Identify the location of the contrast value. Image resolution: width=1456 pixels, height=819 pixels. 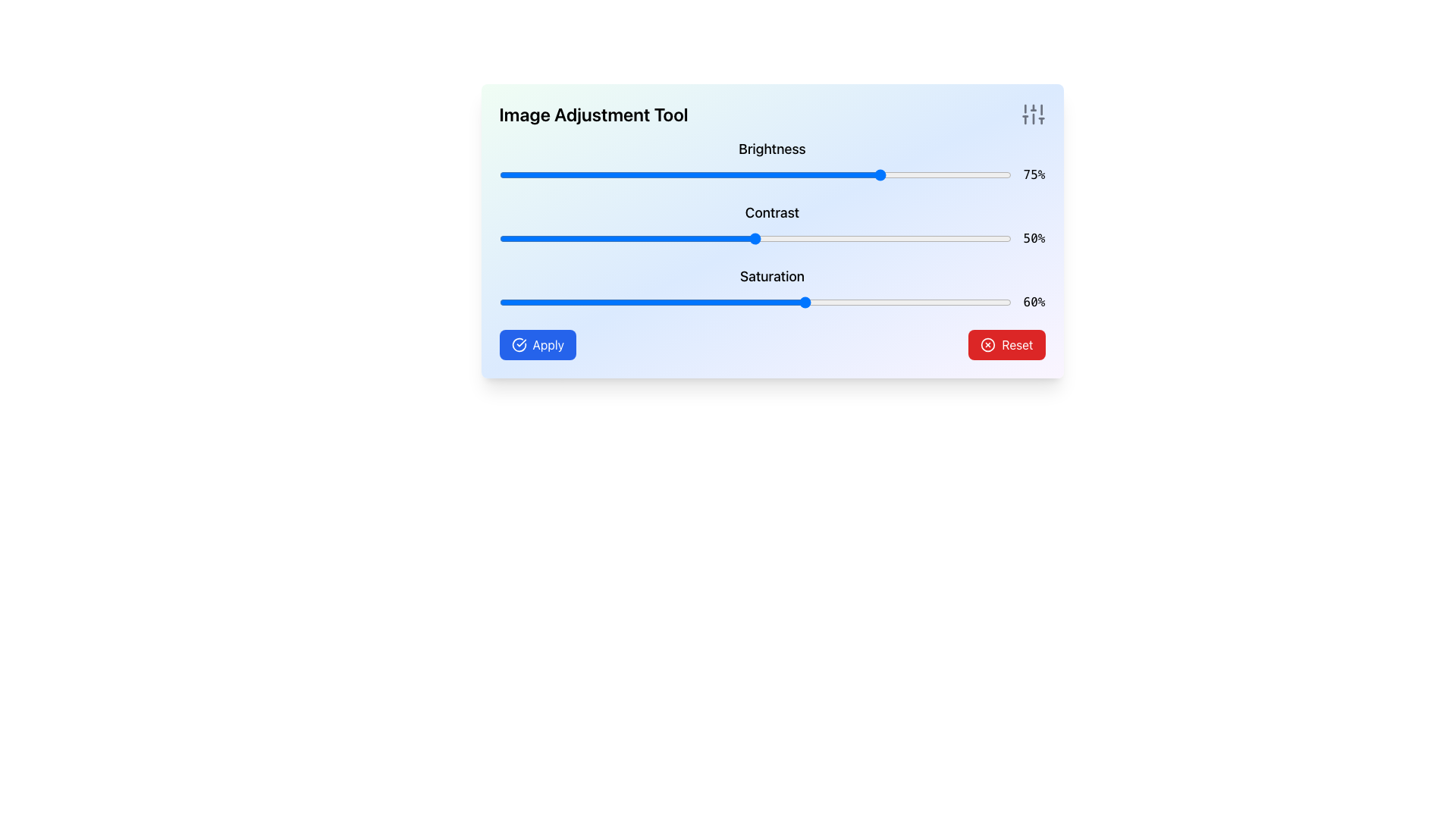
(862, 239).